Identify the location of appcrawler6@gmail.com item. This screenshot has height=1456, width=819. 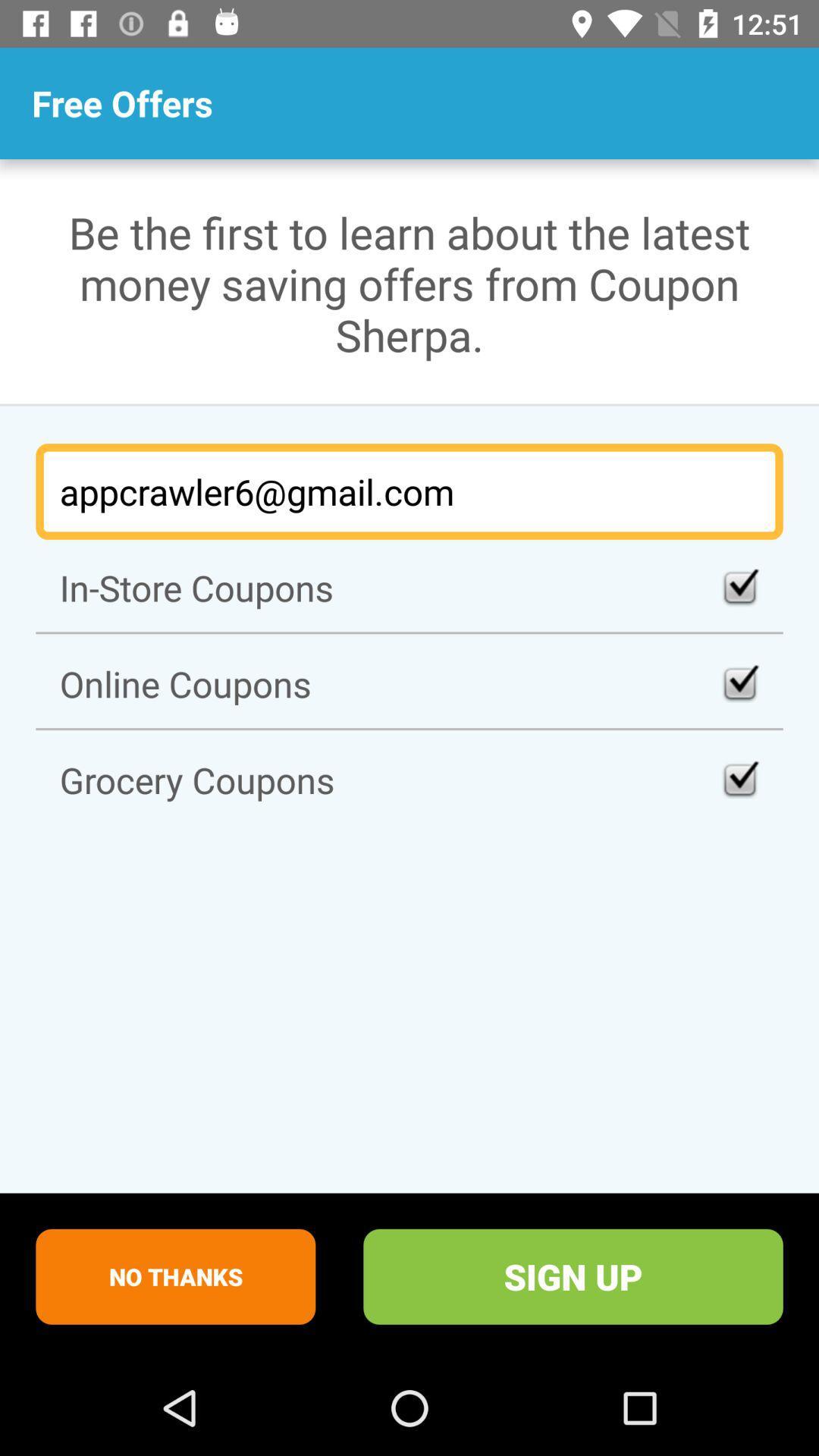
(409, 491).